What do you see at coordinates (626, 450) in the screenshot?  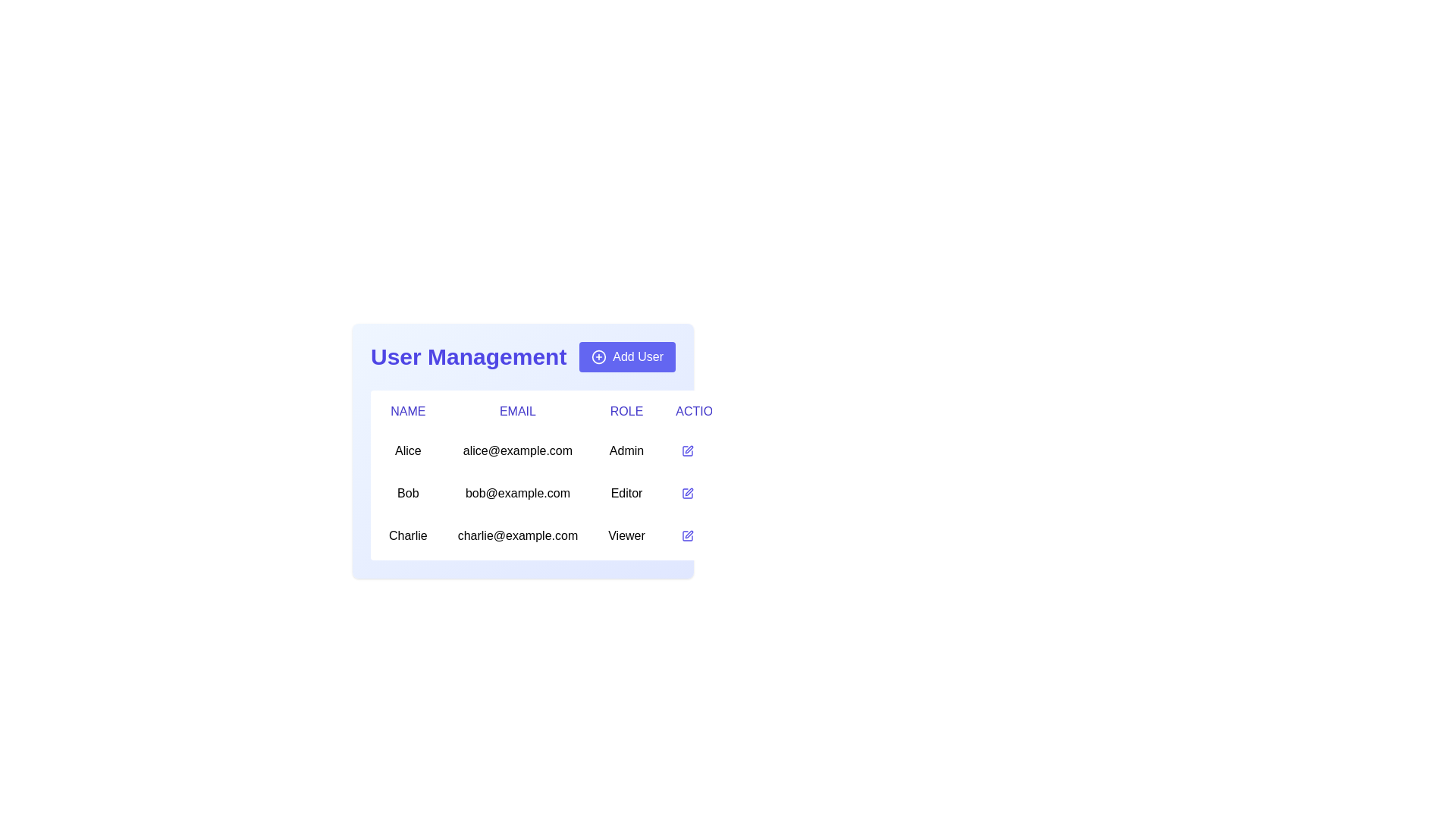 I see `the non-interactive text label displaying the user's role in the first row of the user management table, located in the third column under the 'ROLE' header` at bounding box center [626, 450].